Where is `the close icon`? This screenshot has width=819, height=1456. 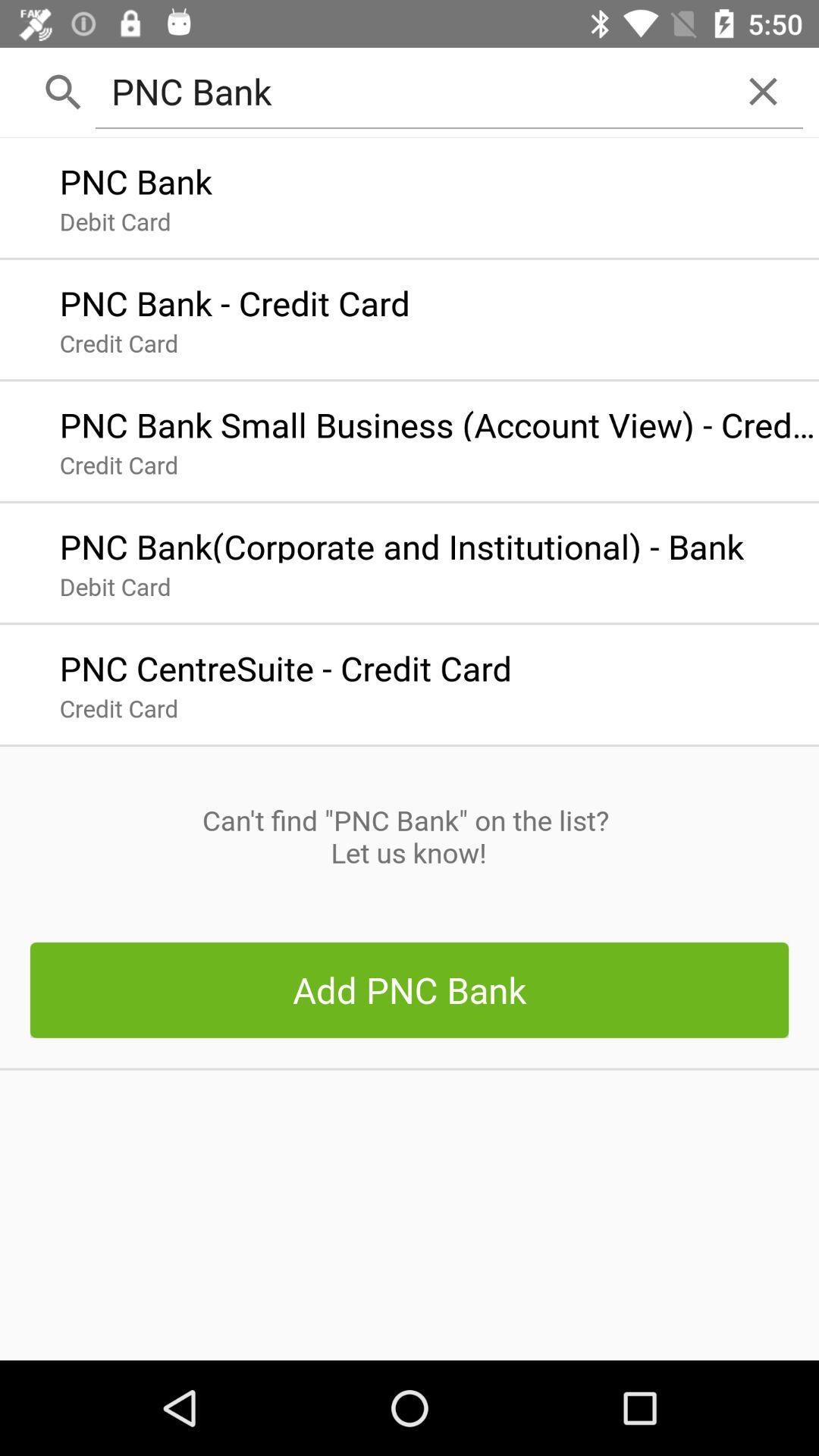
the close icon is located at coordinates (763, 90).